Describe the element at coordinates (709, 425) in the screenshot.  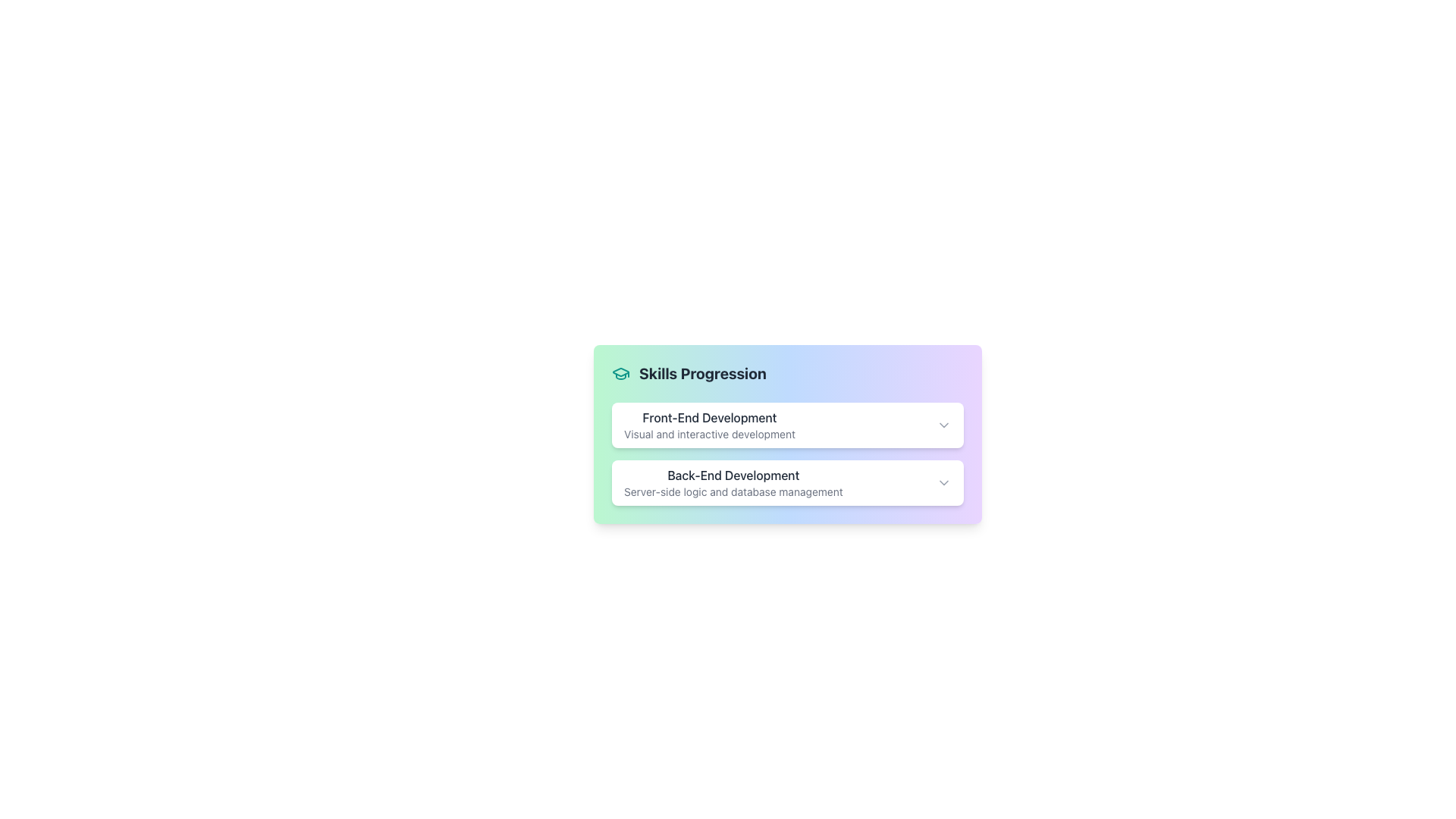
I see `the descriptive label in the 'Skills Progression' interface` at that location.